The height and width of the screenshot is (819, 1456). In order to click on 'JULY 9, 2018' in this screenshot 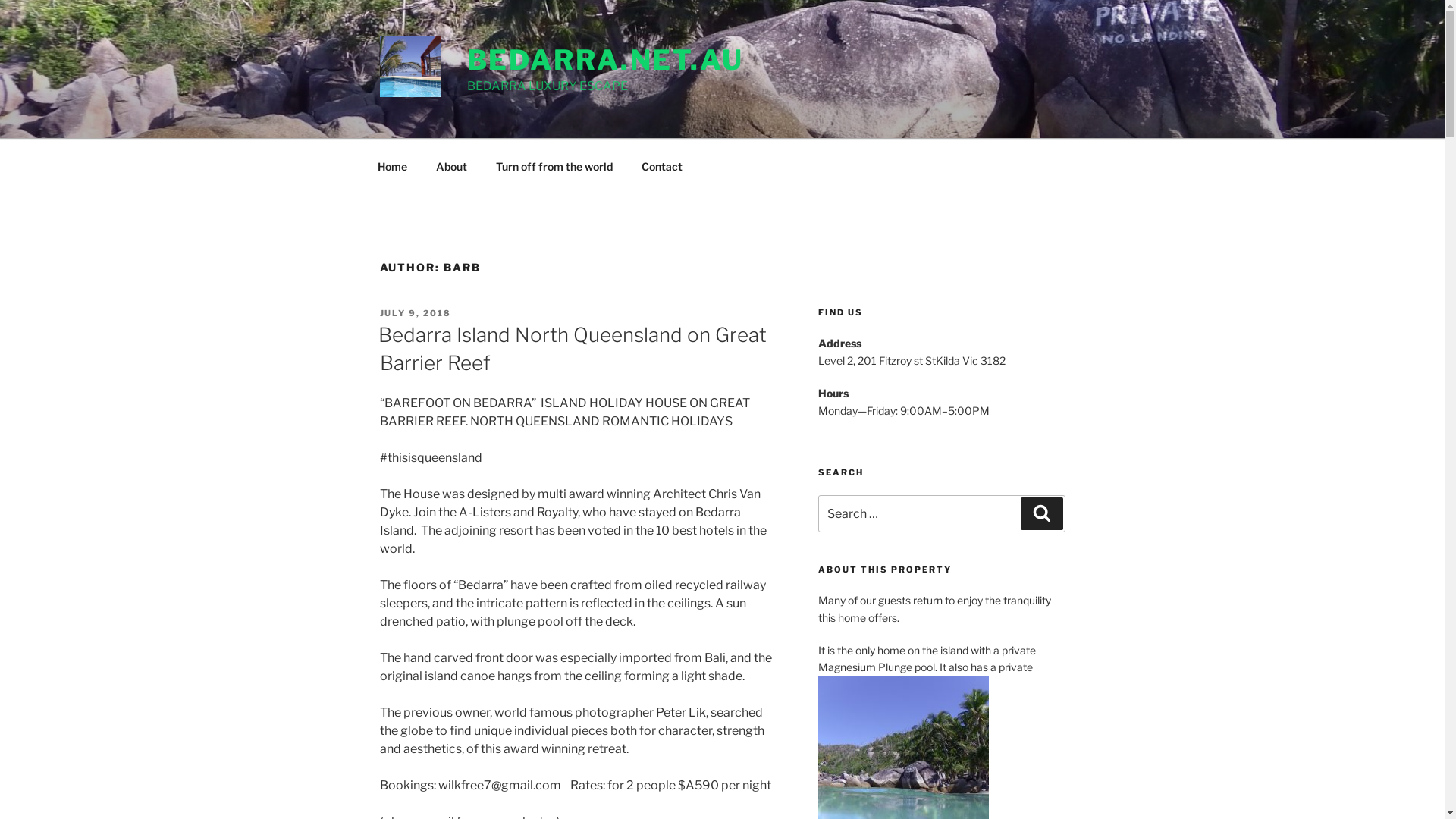, I will do `click(415, 312)`.